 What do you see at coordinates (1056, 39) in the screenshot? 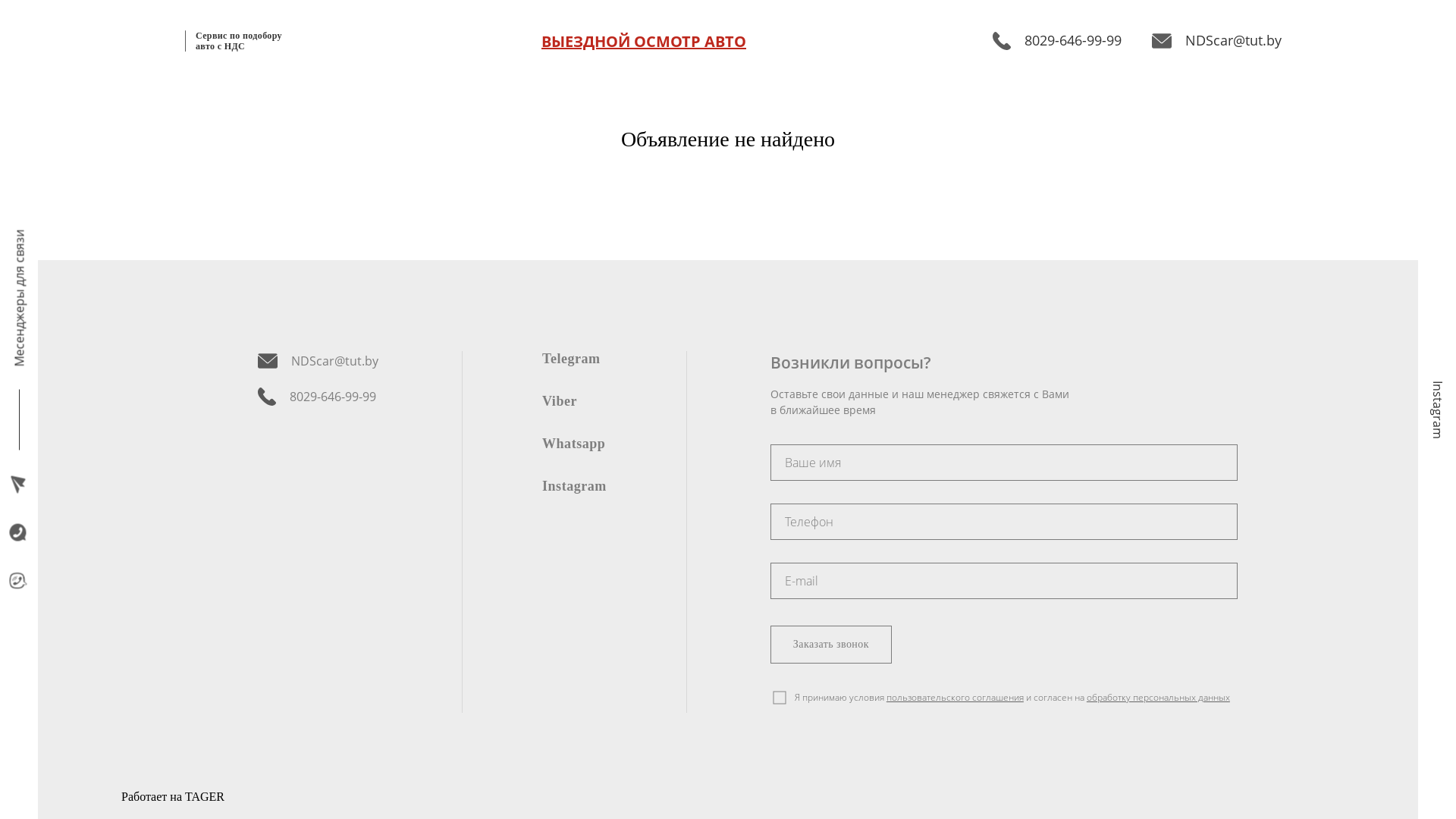
I see `'8029-646-99-99'` at bounding box center [1056, 39].